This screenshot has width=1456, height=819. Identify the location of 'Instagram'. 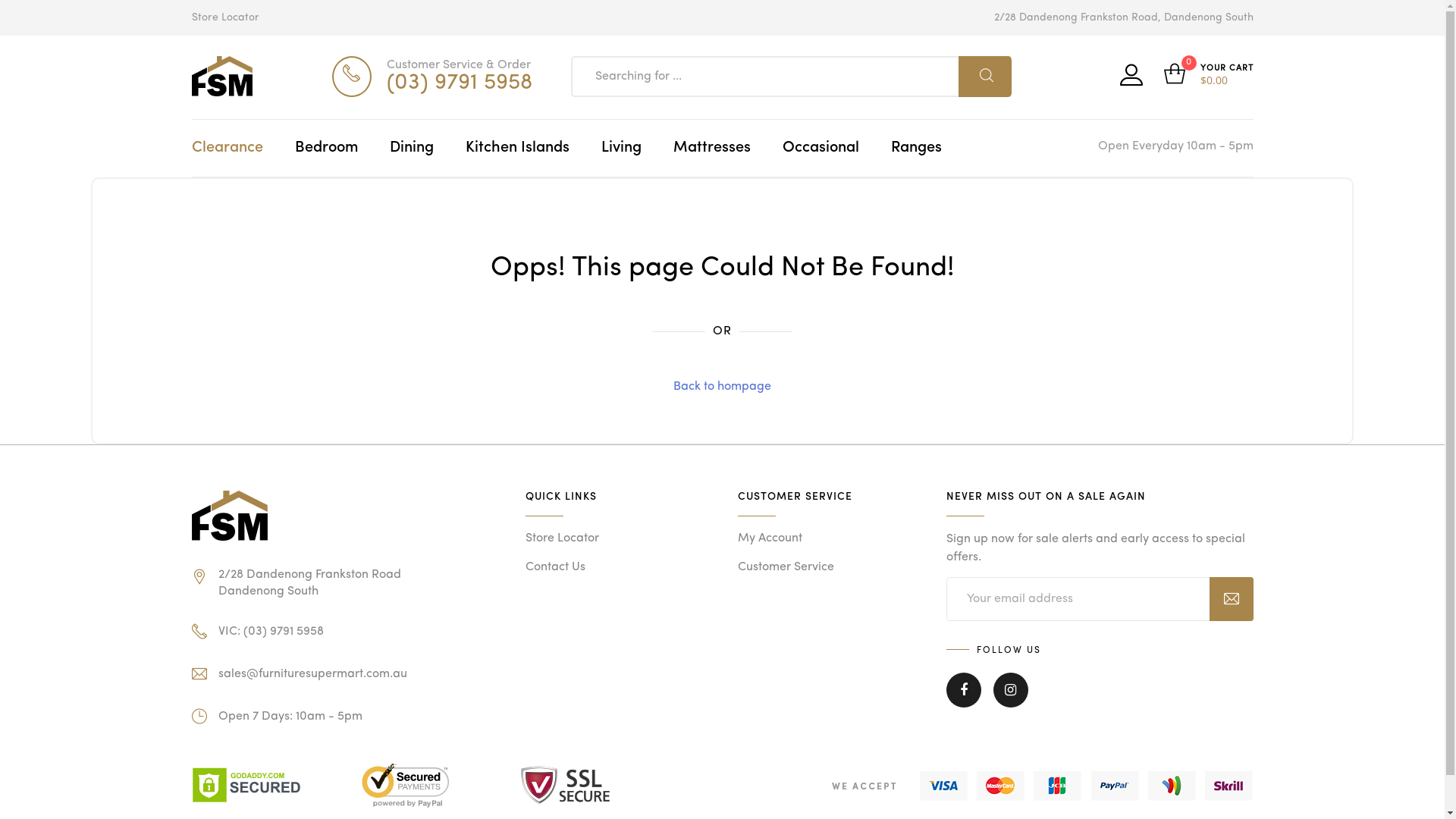
(1011, 701).